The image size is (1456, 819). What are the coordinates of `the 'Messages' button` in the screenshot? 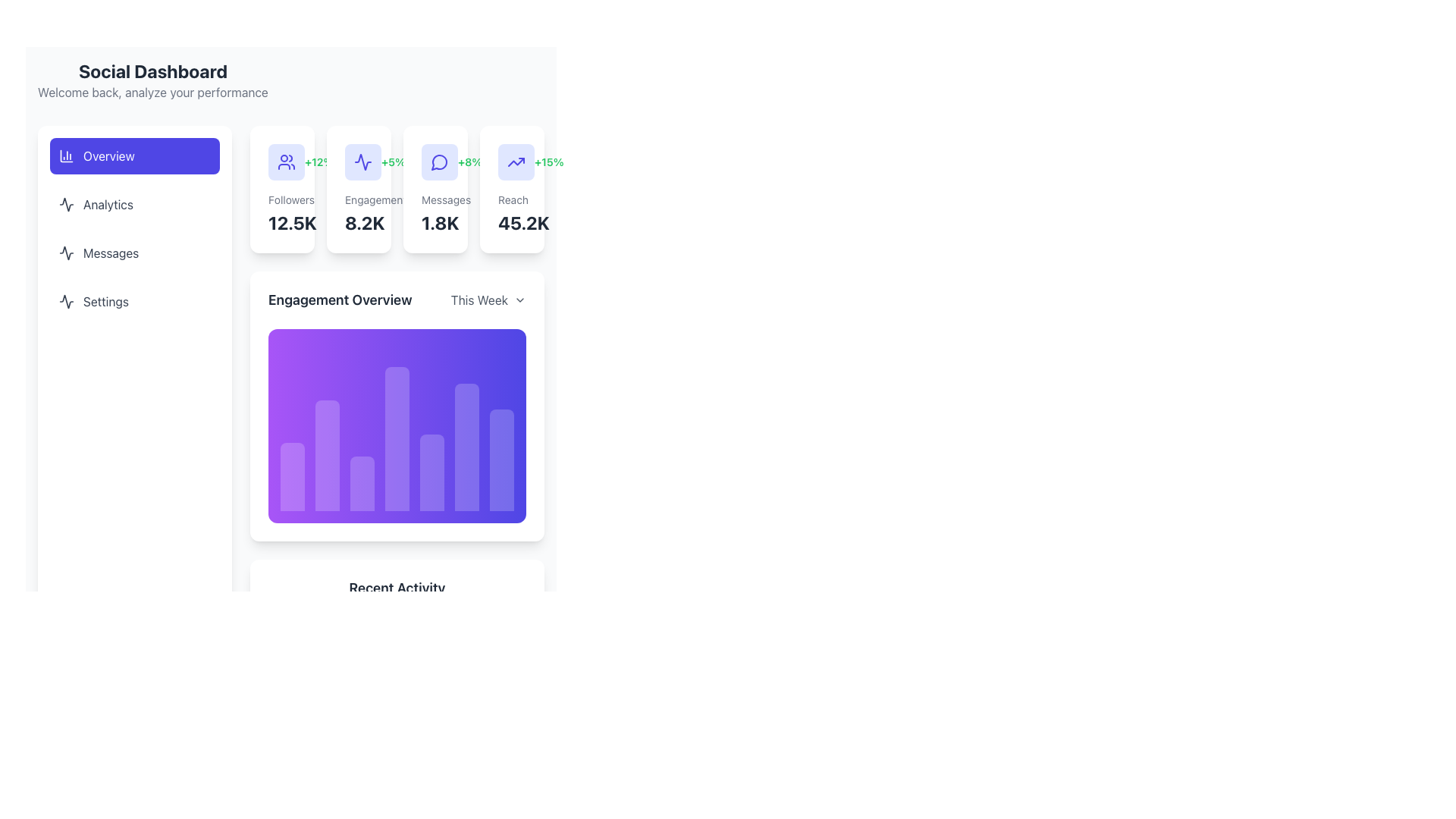 It's located at (134, 253).